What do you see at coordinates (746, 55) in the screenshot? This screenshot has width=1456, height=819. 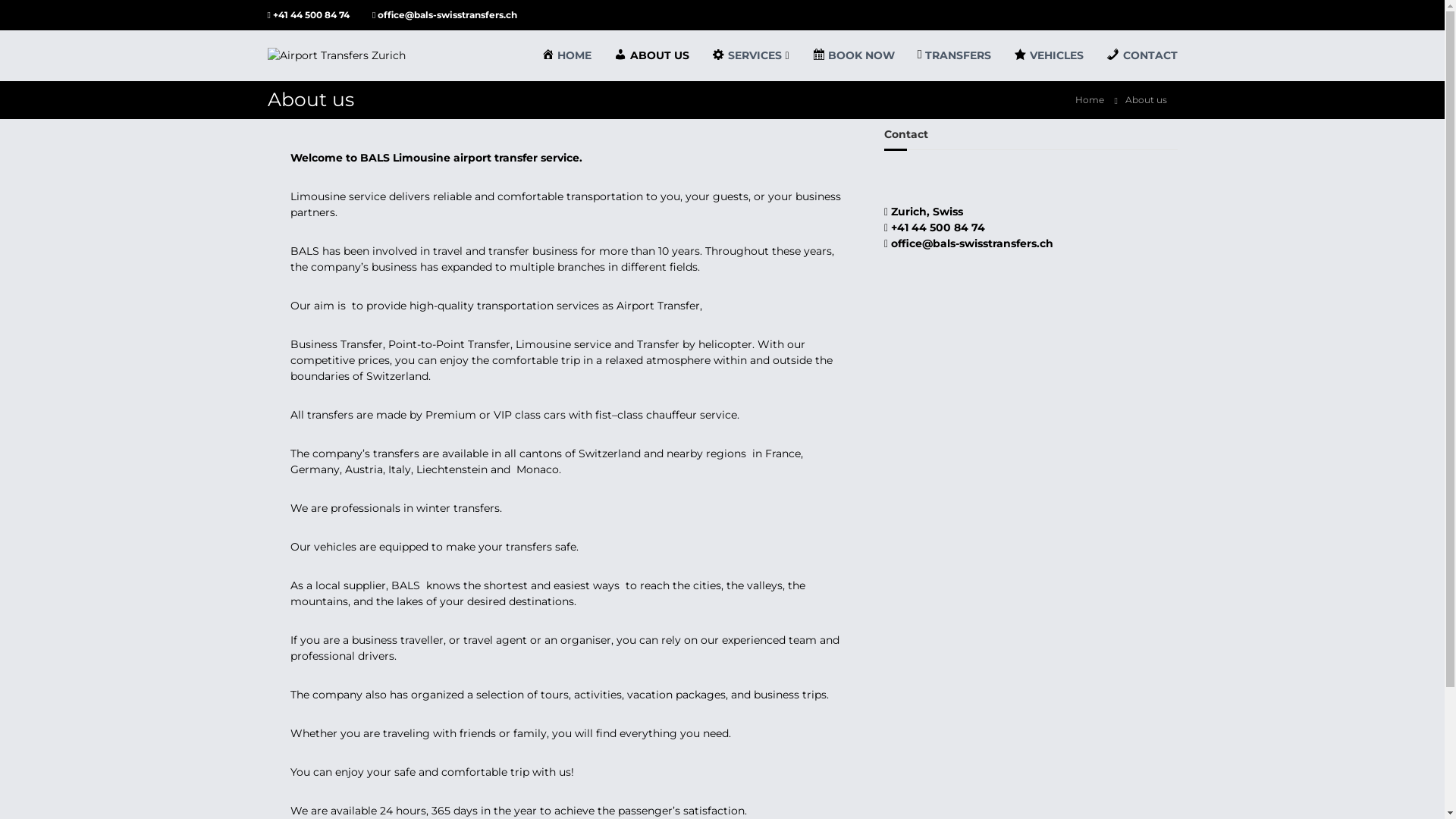 I see `'SERVICES'` at bounding box center [746, 55].